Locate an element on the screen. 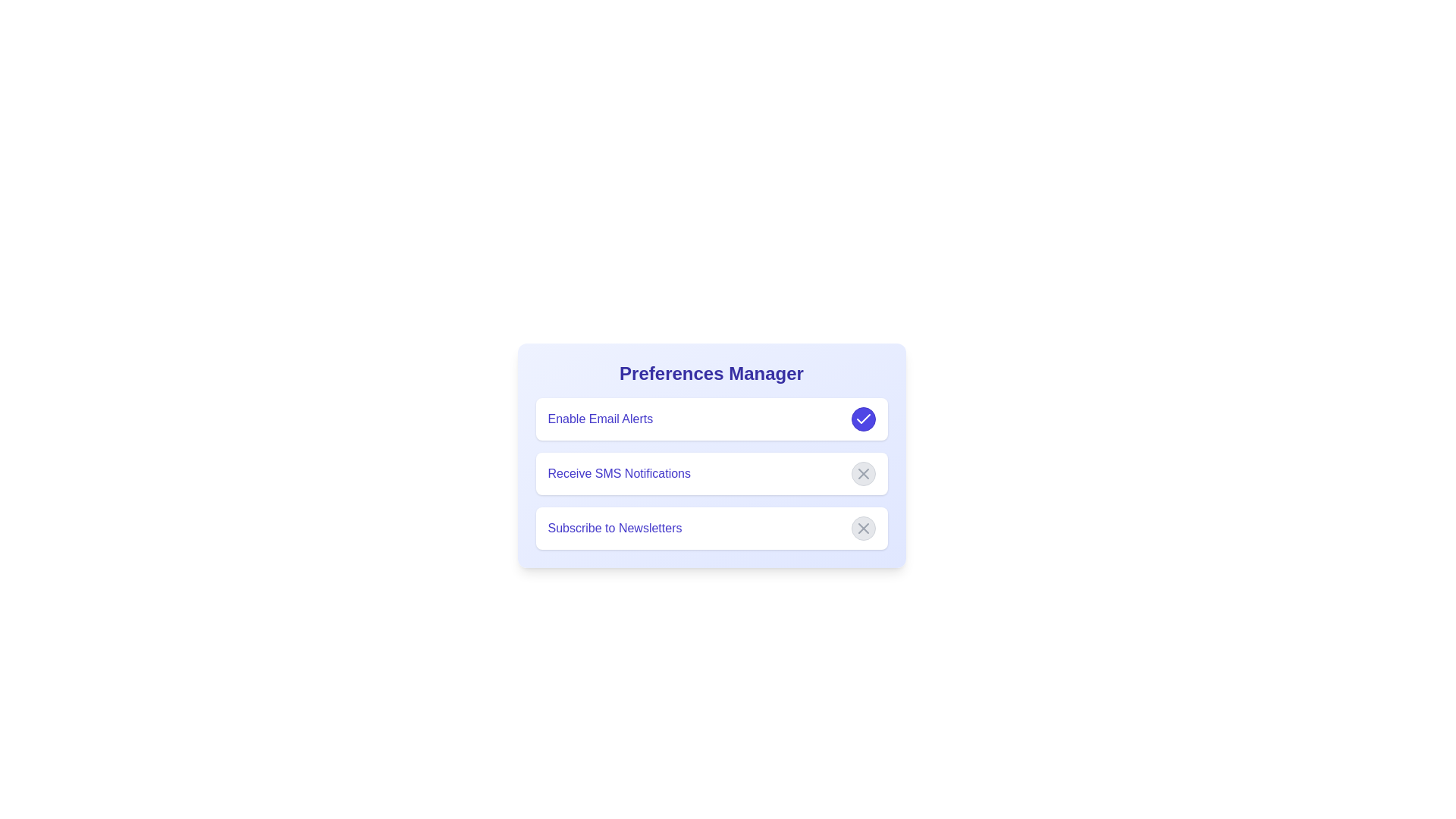 Image resolution: width=1456 pixels, height=819 pixels. the icon inside the oval-shaped button for 'Receive SMS Notifications' to signify an action such as disabling or closing is located at coordinates (863, 528).